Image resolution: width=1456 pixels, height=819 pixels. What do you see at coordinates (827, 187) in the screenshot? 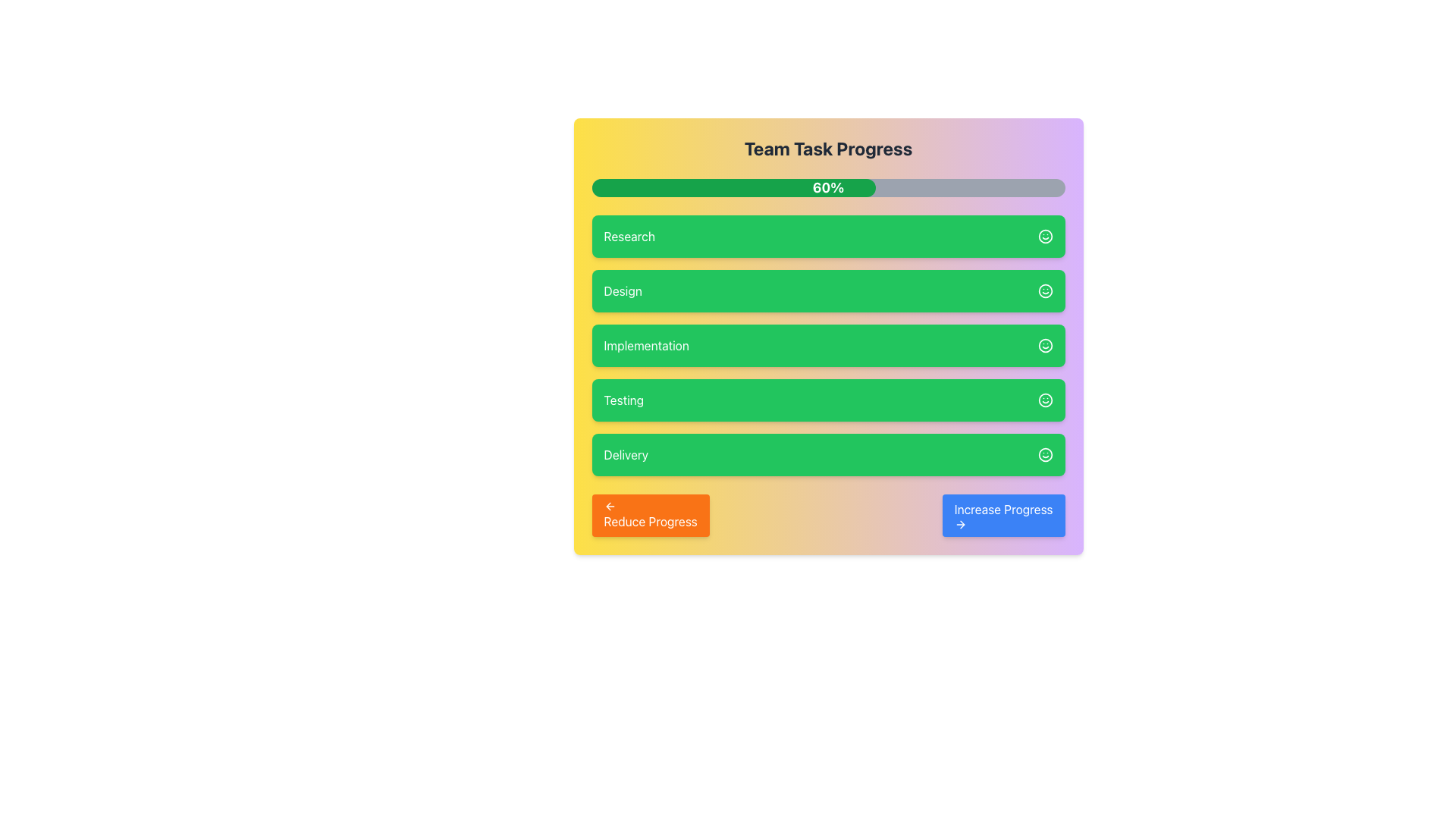
I see `the progress bar indicating 60% completion, which is located below the 'Team Task Progress' heading and features a green fill with '60%' displayed in white text at the center` at bounding box center [827, 187].